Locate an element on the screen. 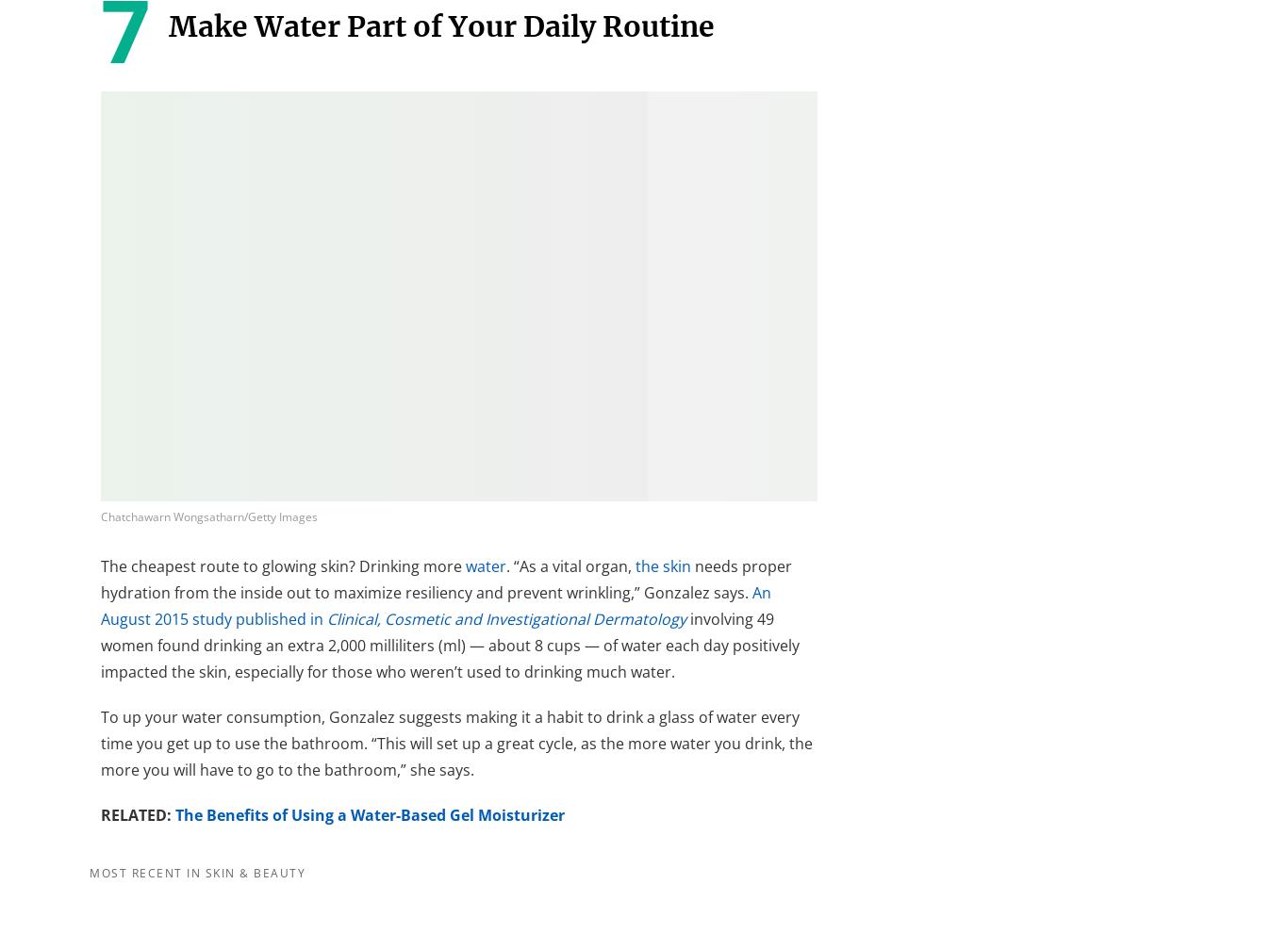 This screenshot has height=950, width=1288. 'needs proper hydration from the inside out to maximize resiliency and prevent wrinkling,” Gonzalez says.' is located at coordinates (446, 578).